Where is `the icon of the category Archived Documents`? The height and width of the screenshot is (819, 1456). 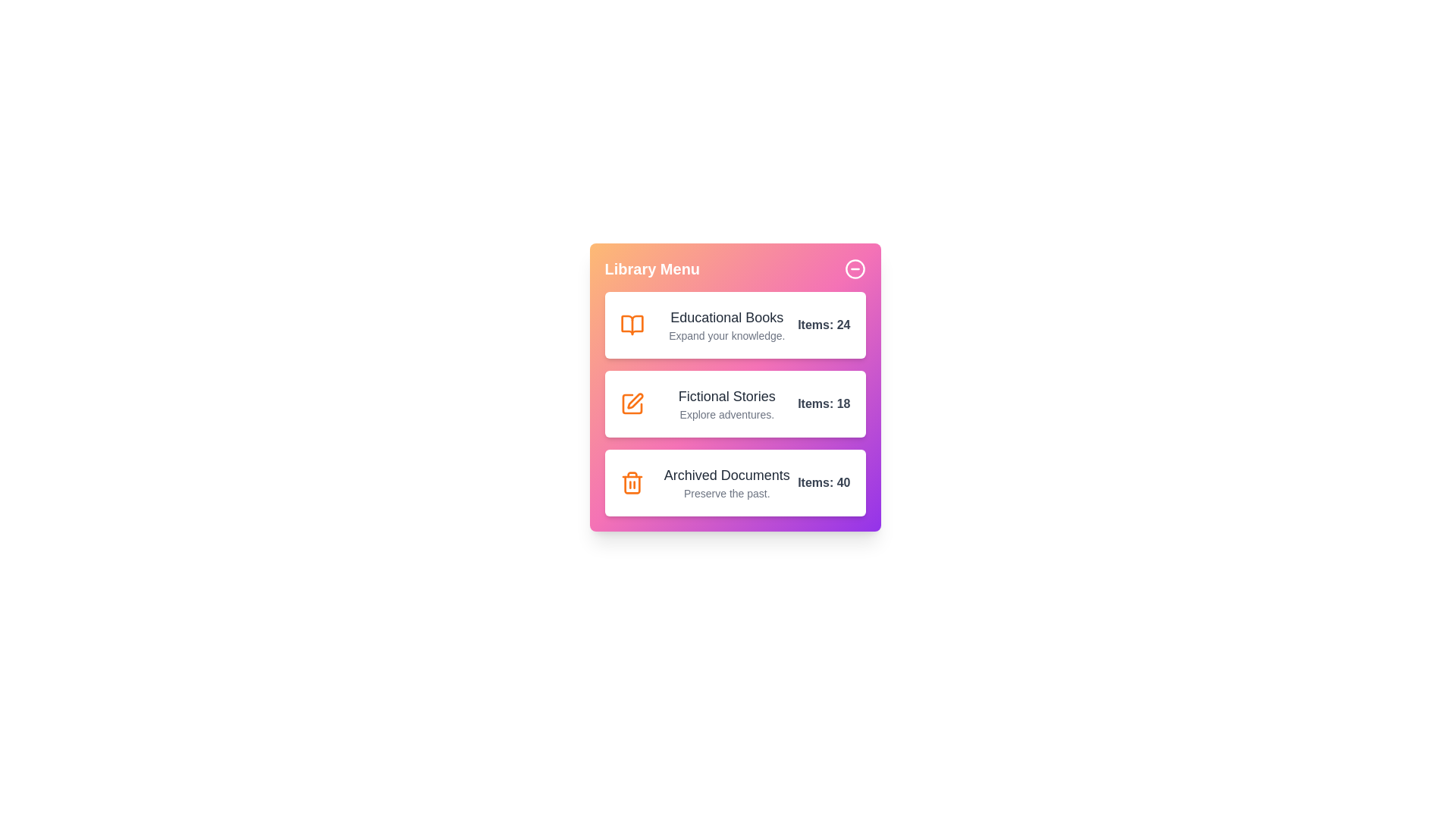
the icon of the category Archived Documents is located at coordinates (632, 482).